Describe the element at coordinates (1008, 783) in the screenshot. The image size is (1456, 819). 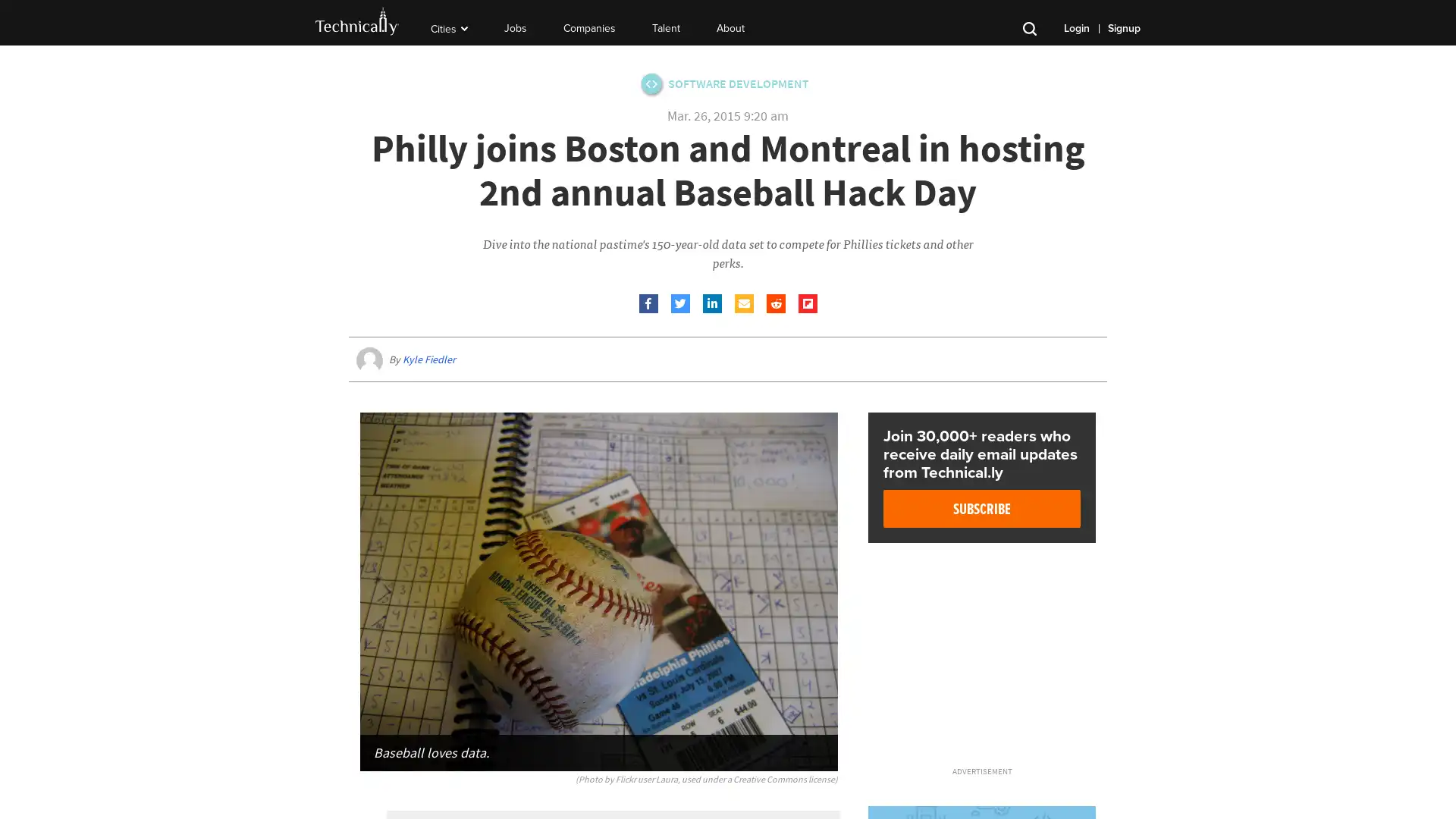
I see `Close` at that location.